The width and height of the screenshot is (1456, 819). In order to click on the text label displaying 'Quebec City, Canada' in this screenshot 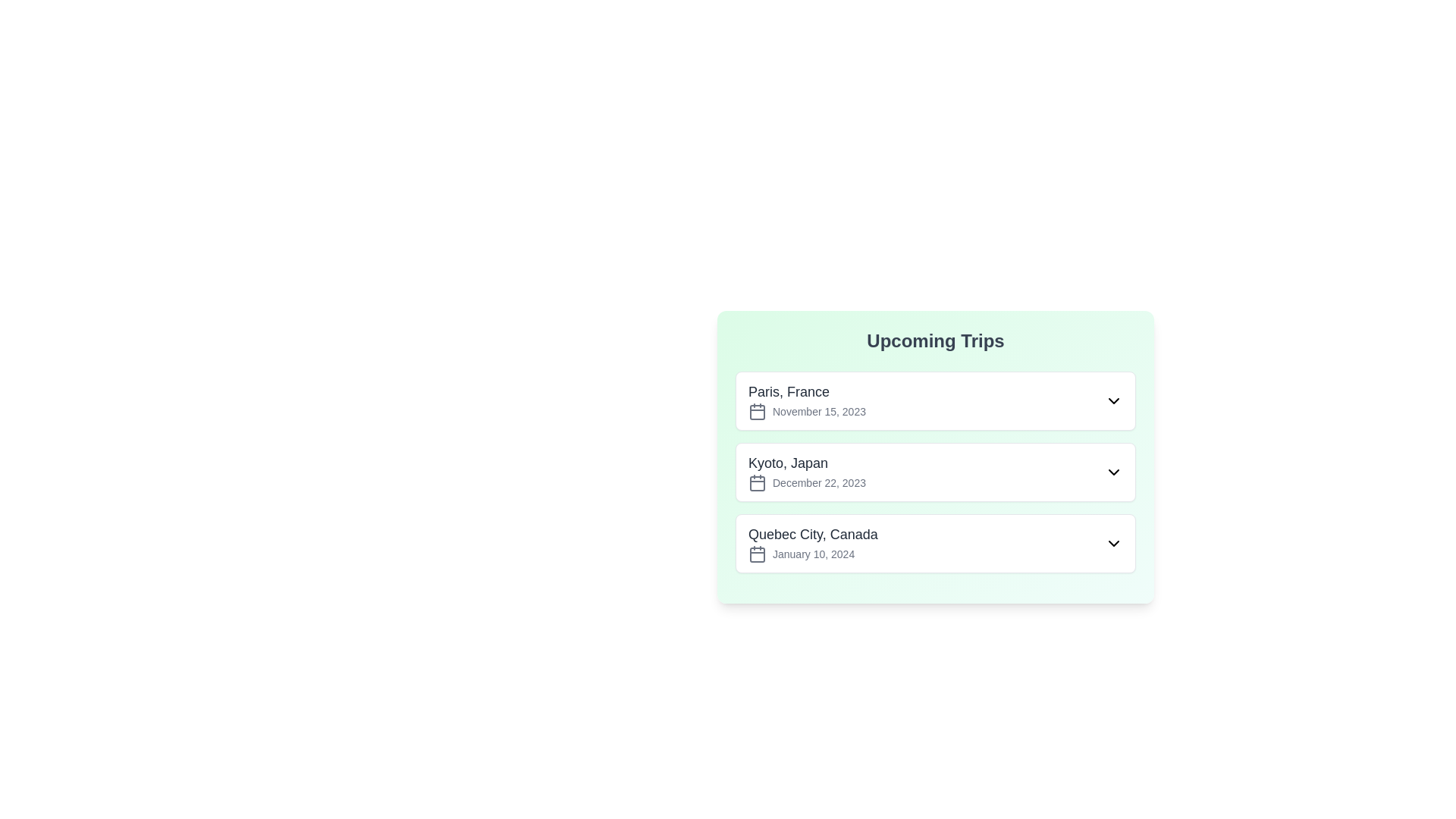, I will do `click(812, 534)`.